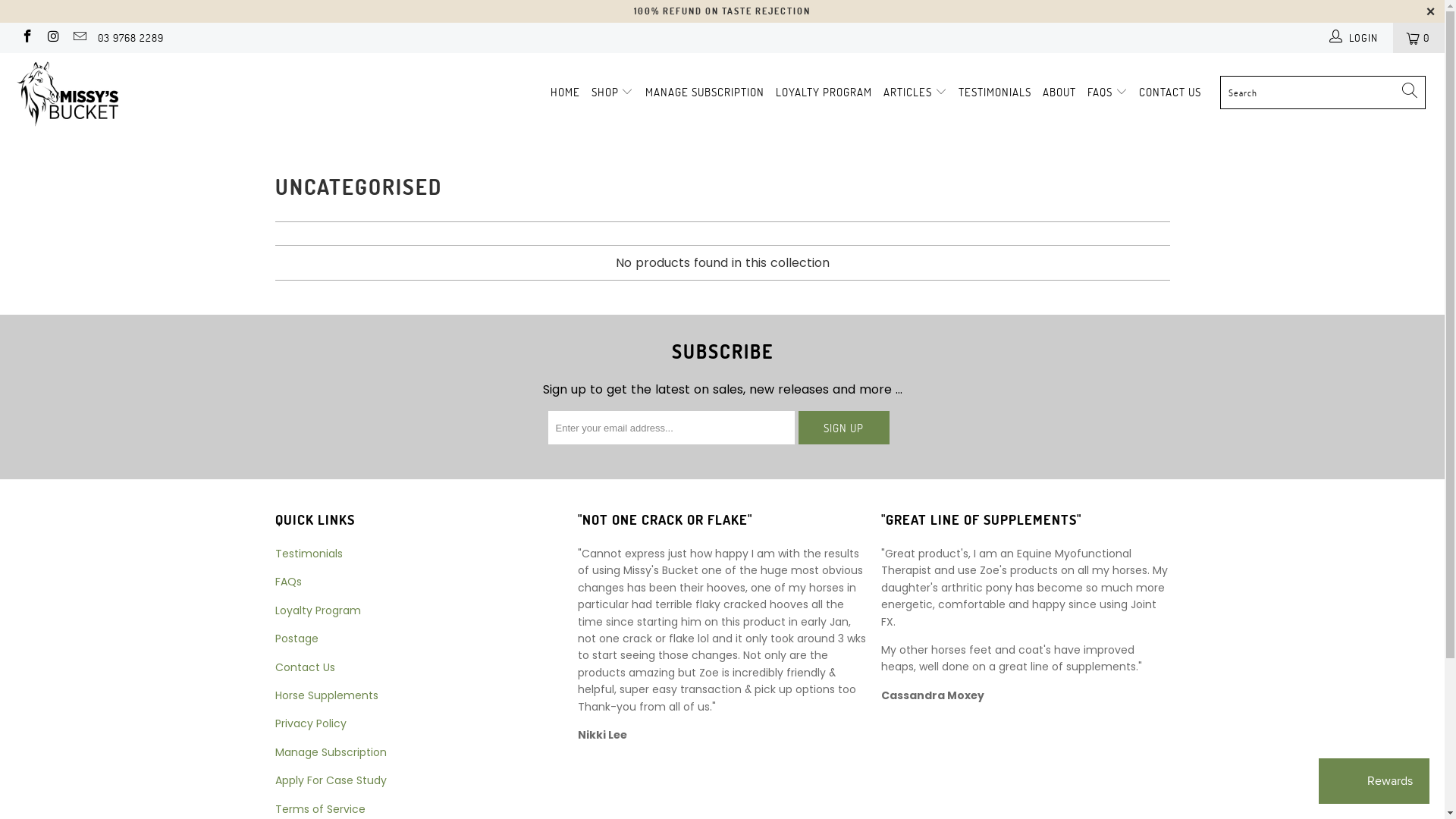  I want to click on 'Email Missy's Bucket', so click(78, 37).